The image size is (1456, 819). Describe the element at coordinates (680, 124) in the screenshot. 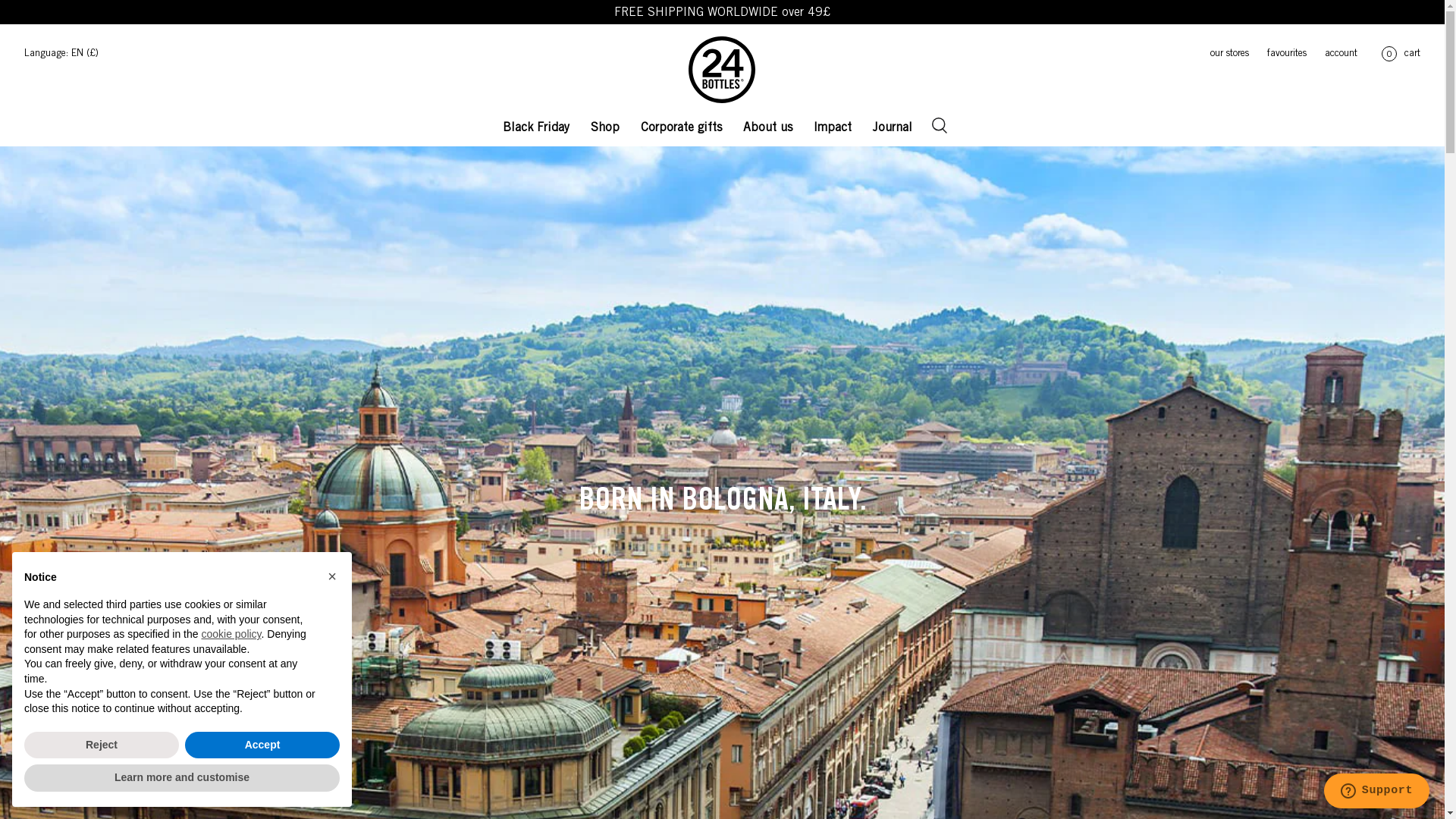

I see `'Corporate gifts'` at that location.